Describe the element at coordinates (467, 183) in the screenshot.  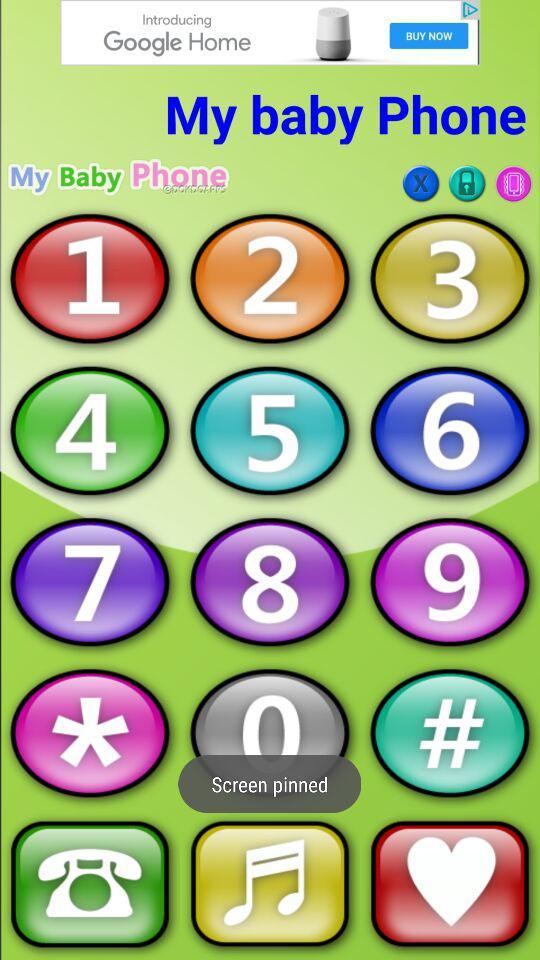
I see `lock screen` at that location.